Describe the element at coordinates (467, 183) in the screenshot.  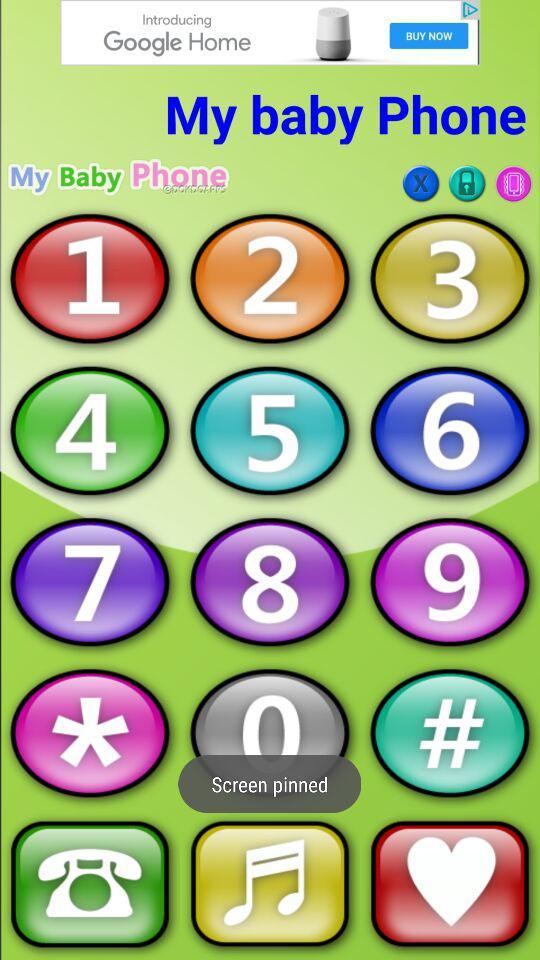
I see `lock screen` at that location.